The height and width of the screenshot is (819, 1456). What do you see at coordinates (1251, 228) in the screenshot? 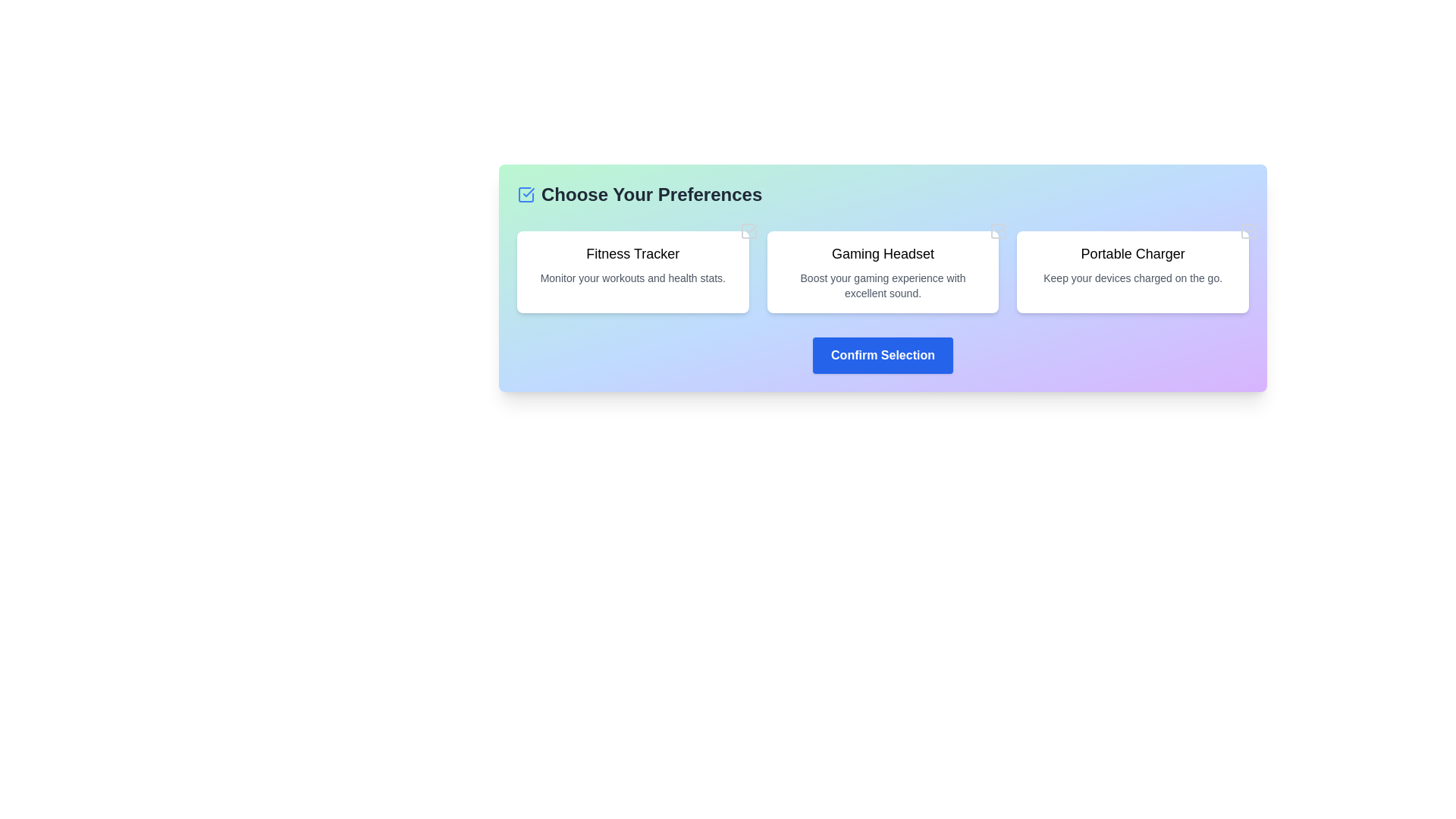
I see `check mark icon in the top right corner of the 'Portable Charger' card using developer tools` at bounding box center [1251, 228].